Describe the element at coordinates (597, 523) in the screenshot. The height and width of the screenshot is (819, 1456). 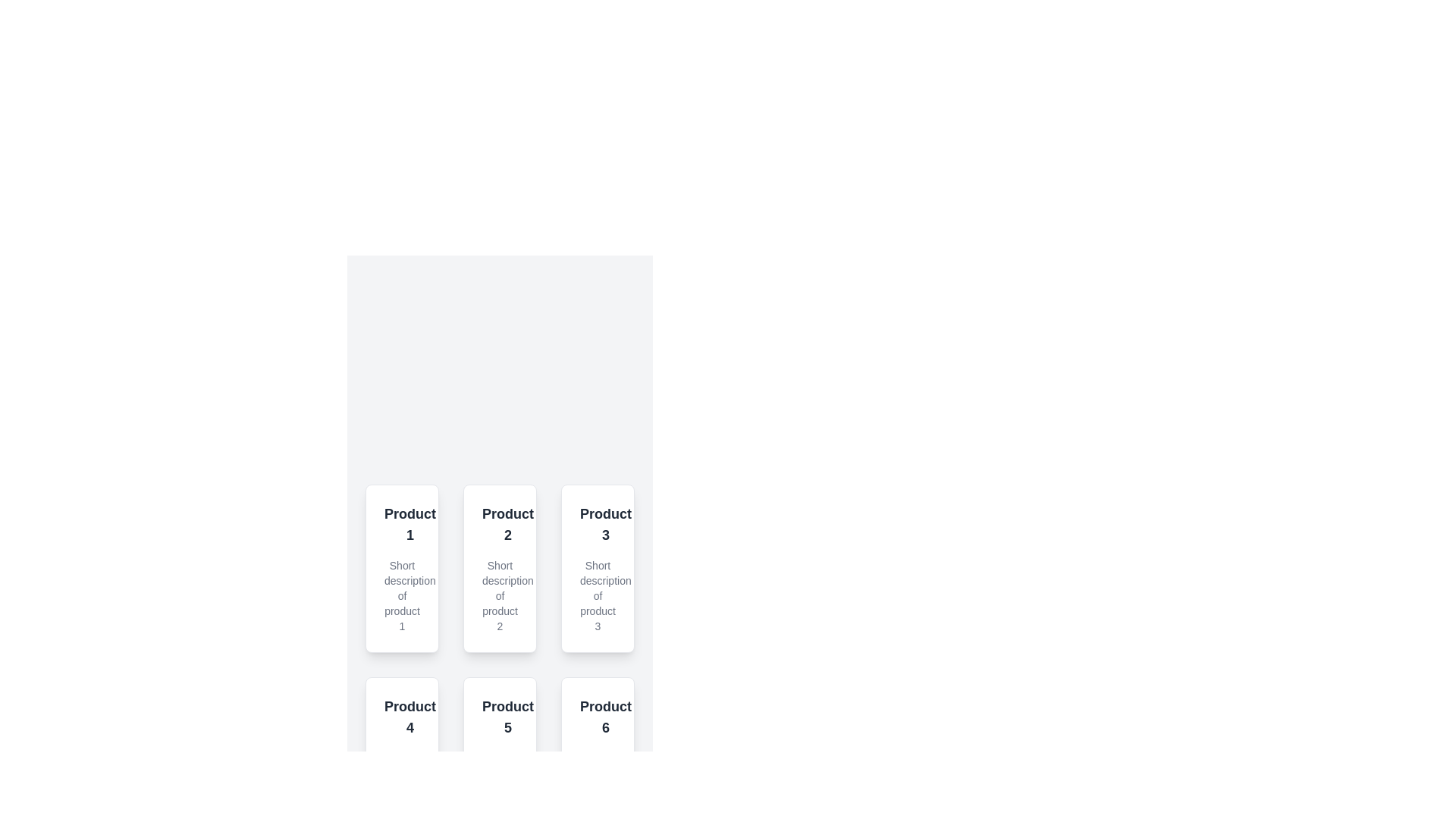
I see `the interactive text label or heading for 'Product 3', which is located at the top of its product card and indicates the product name` at that location.